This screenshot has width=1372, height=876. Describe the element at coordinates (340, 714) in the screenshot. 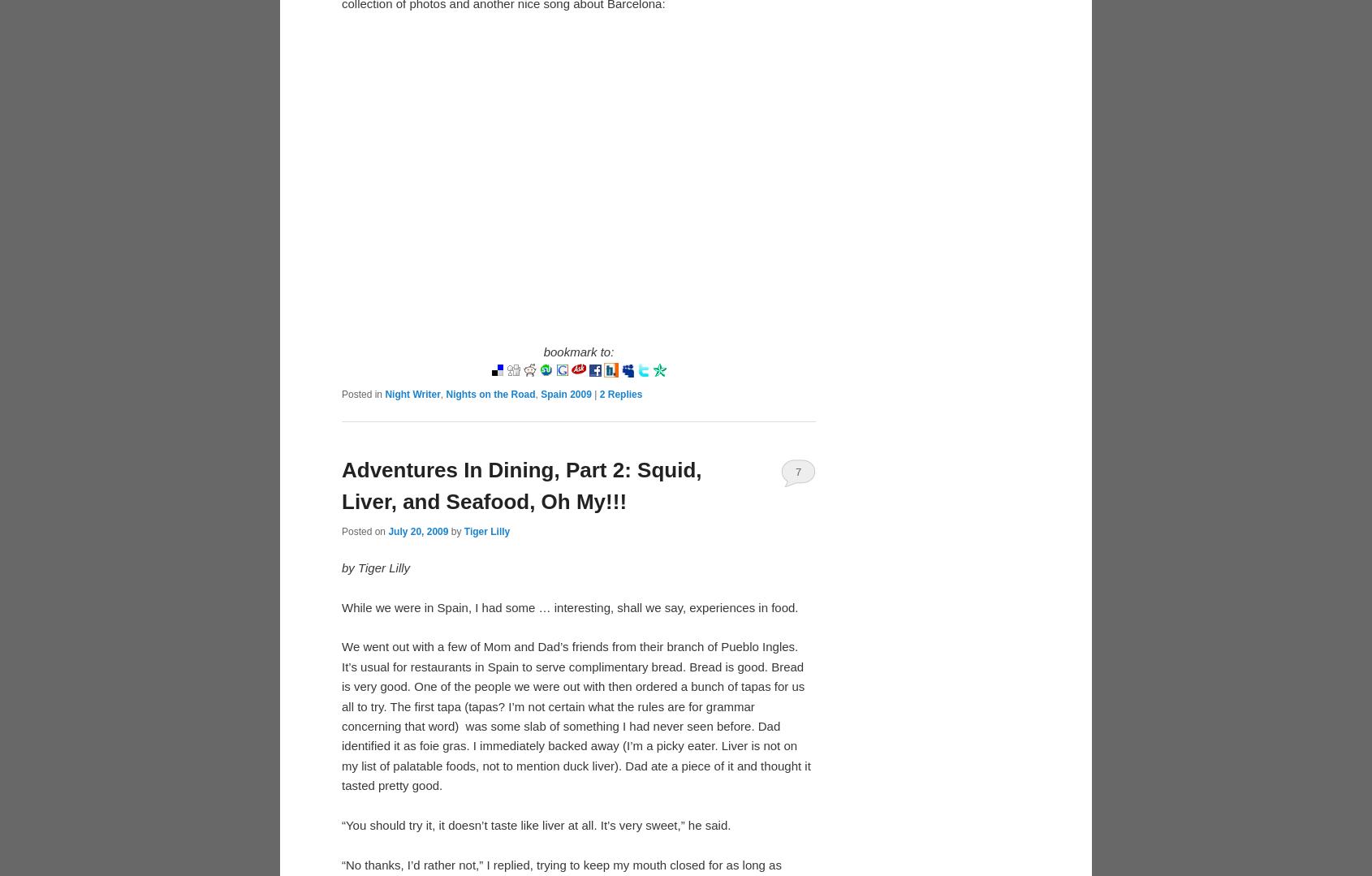

I see `'We went out with a few of Mom and Dad’s friends from their branch of Pueblo Ingles. It’s usual for restaurants in Spain to serve complimentary bread. Bread is good. Bread is very good. One of the people we were out with then ordered a bunch of tapas for us all to try. The first tapa (tapas? I’m not certain what the rules are for grammar concerning that word)  was some slab of something I had never seen before. Dad identified it as foie gras. I immediately backed away (I’m a picky eater. Liver is not on my list of palatable foods, not to mention duck liver). Dad ate a piece of it and thought it tasted pretty good.'` at that location.